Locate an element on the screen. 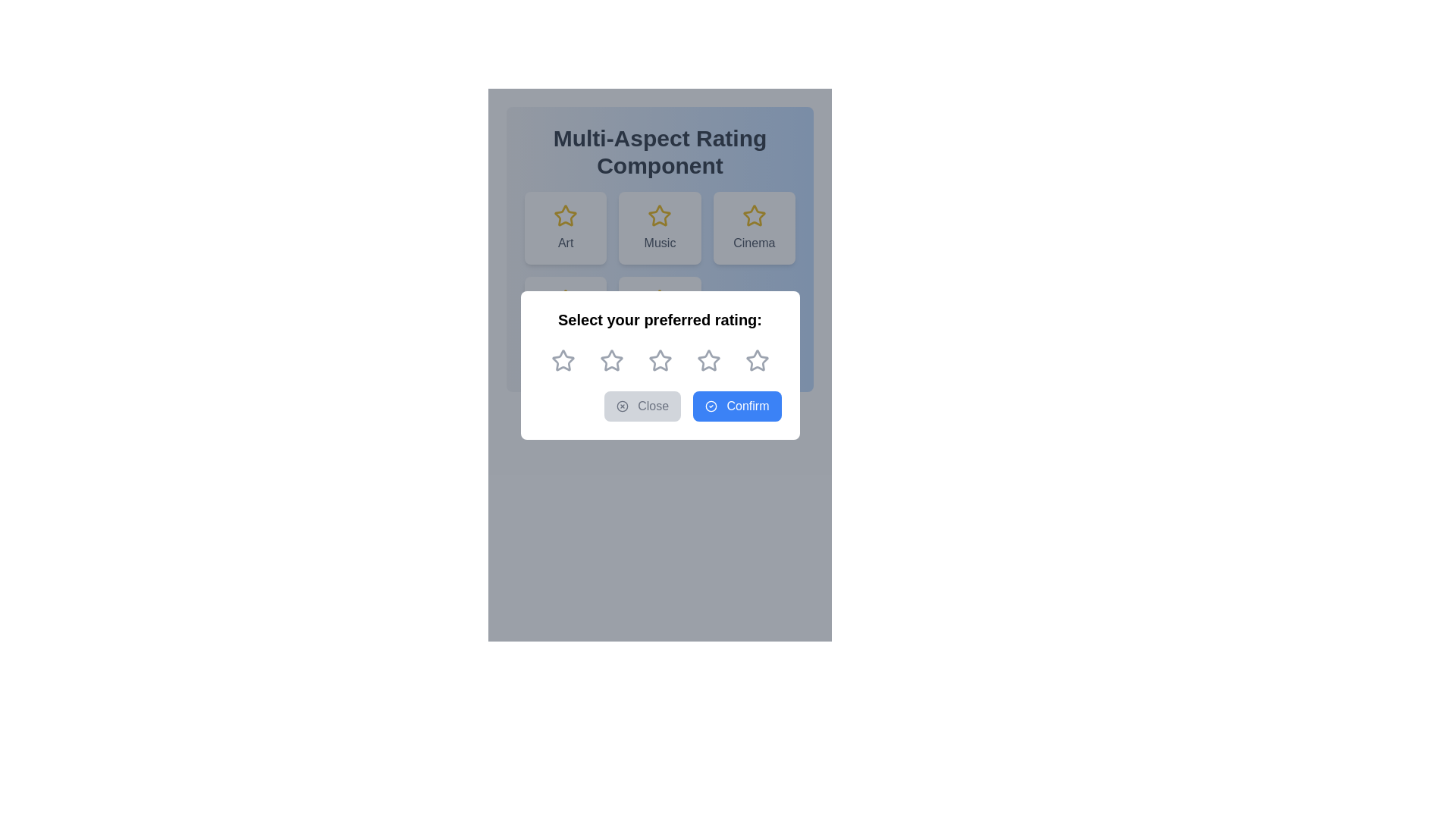 This screenshot has width=1456, height=819. the small circular grayish icon with a cross inside it, located slightly to the left of the 'Close' button text is located at coordinates (622, 406).